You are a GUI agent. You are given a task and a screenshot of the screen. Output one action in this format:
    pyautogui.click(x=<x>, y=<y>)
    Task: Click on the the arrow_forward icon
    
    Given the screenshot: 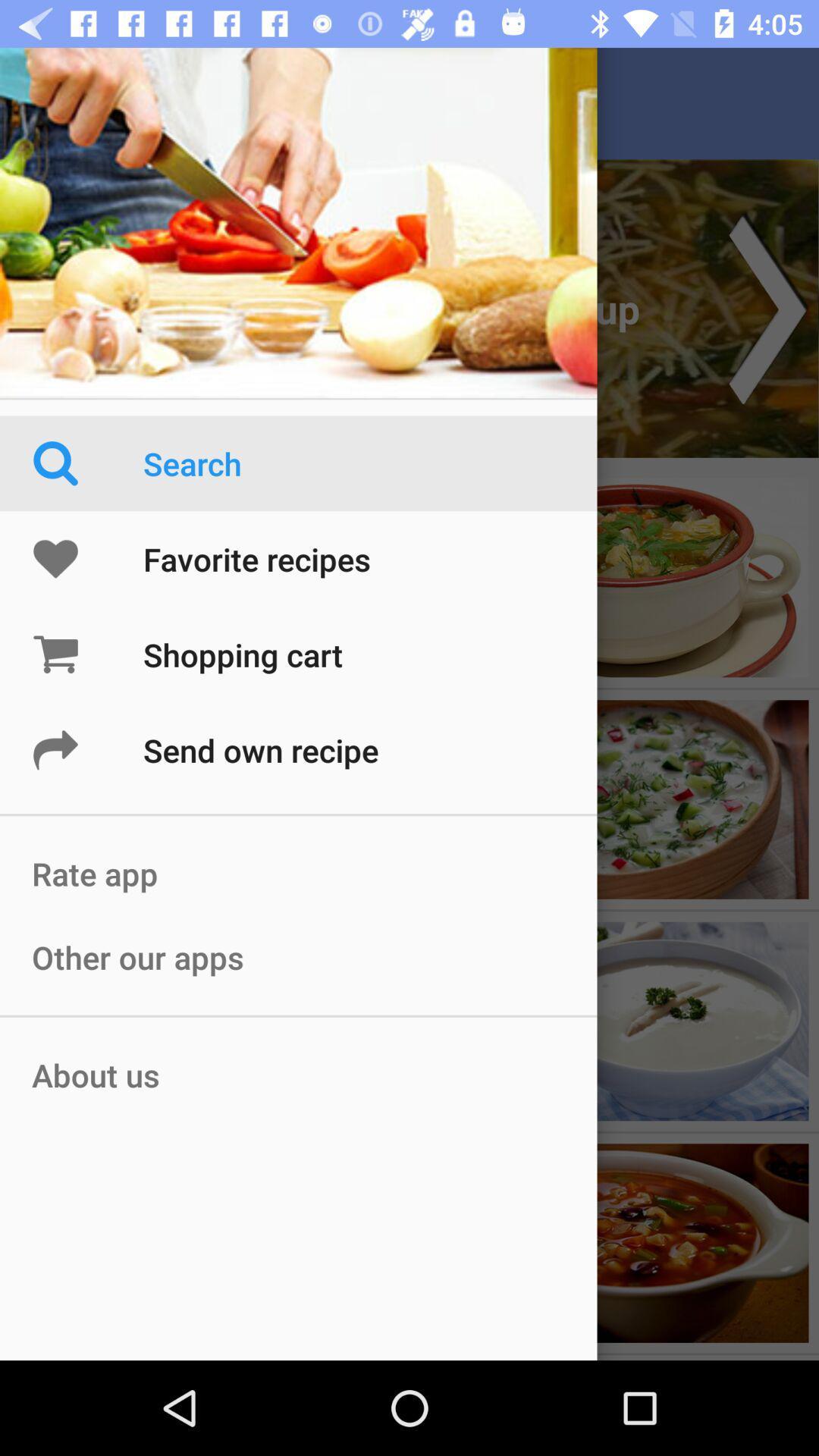 What is the action you would take?
    pyautogui.click(x=769, y=307)
    